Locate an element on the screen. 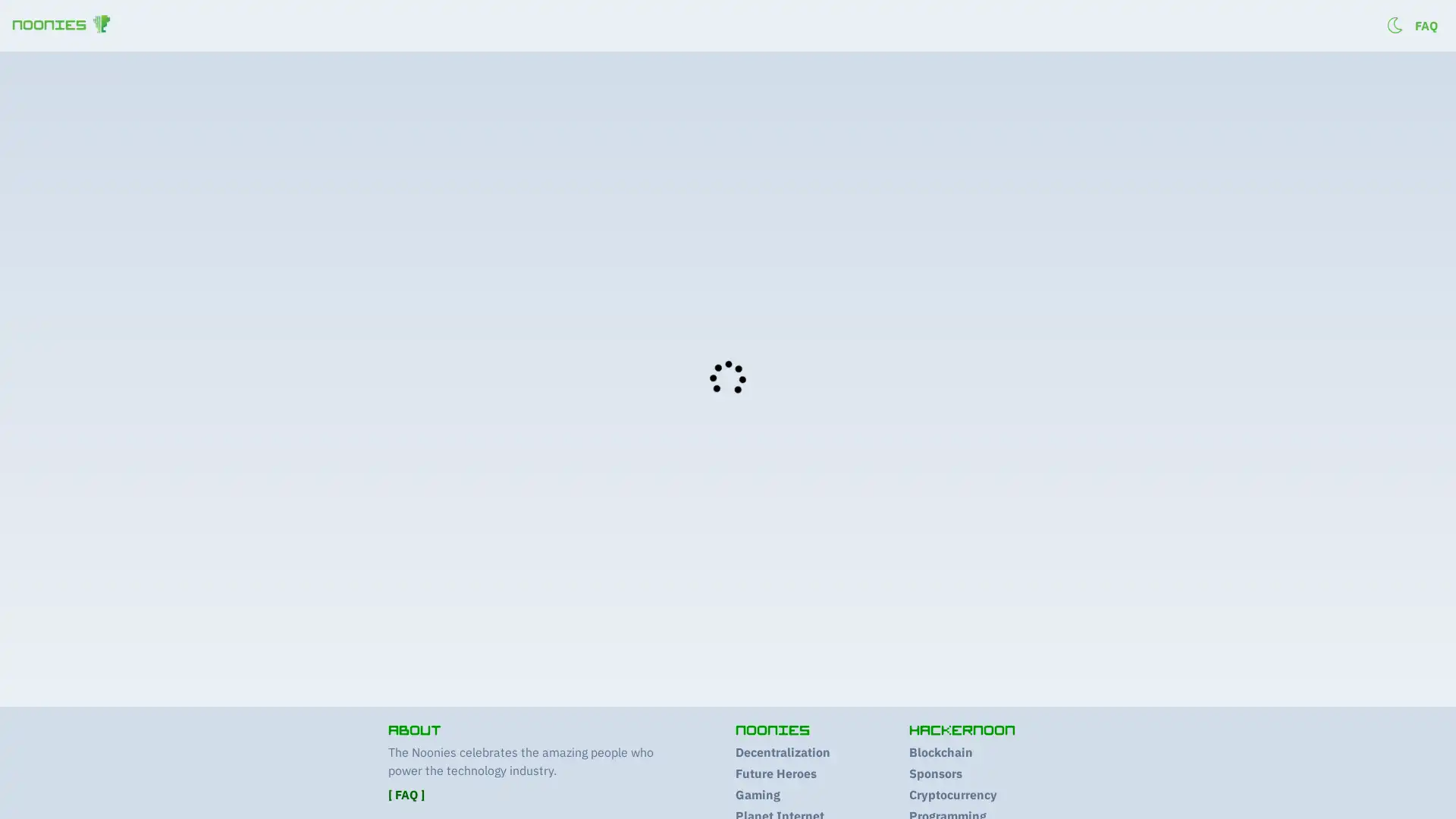 The width and height of the screenshot is (1456, 819). Log in is located at coordinates (1418, 27).